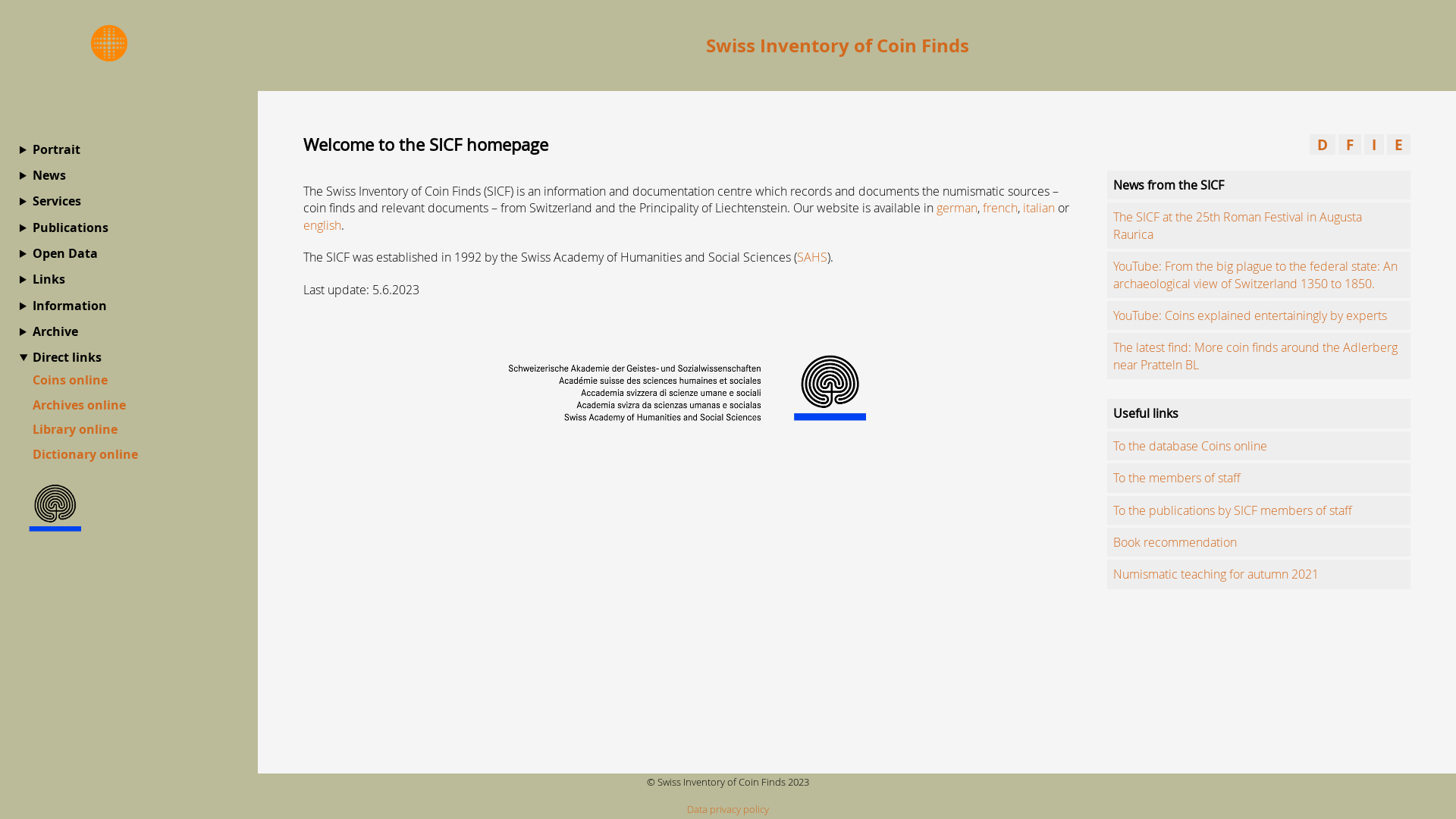 The height and width of the screenshot is (819, 1456). Describe the element at coordinates (1174, 541) in the screenshot. I see `'Book recommendation'` at that location.